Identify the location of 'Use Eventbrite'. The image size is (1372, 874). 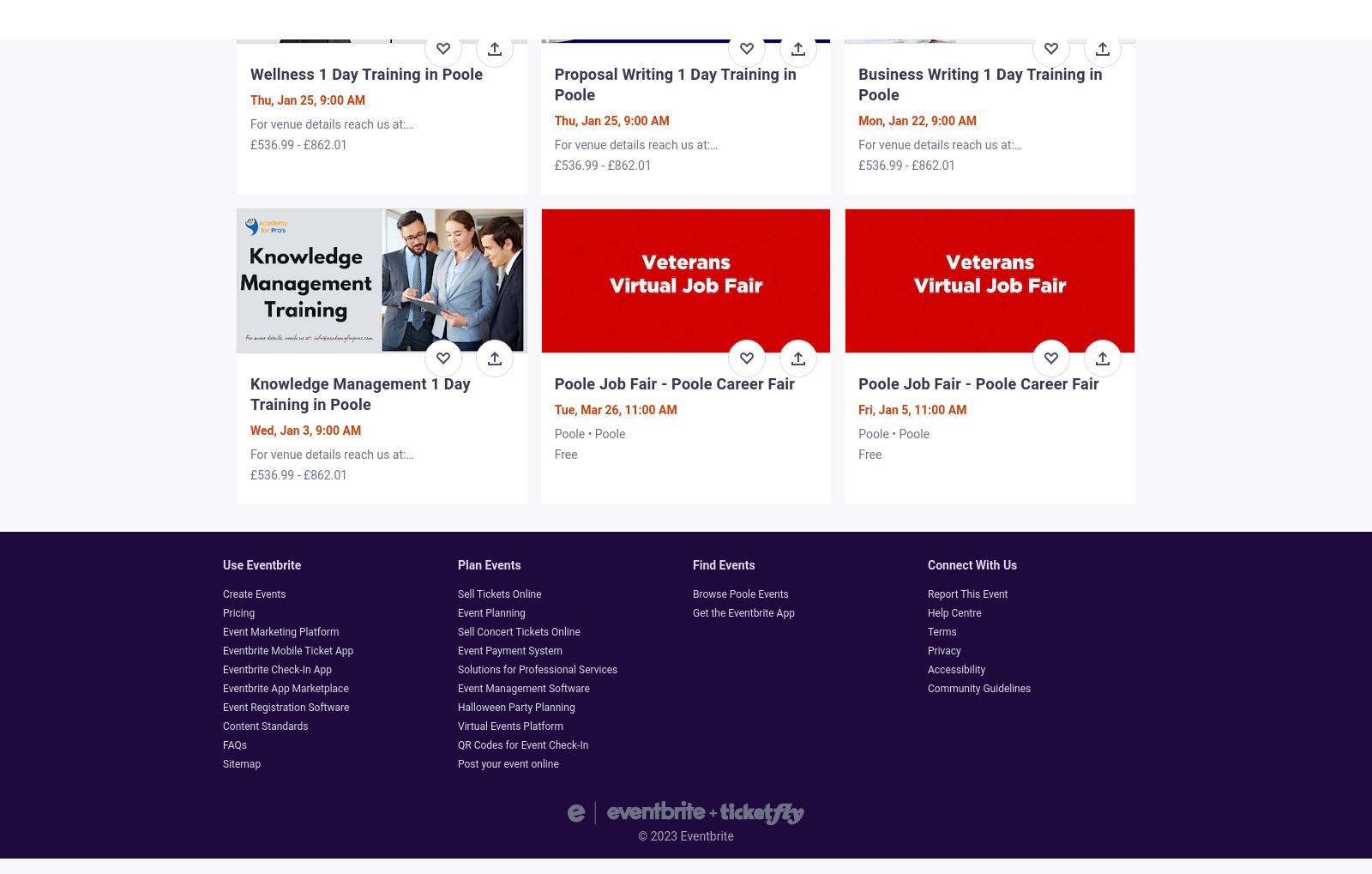
(262, 563).